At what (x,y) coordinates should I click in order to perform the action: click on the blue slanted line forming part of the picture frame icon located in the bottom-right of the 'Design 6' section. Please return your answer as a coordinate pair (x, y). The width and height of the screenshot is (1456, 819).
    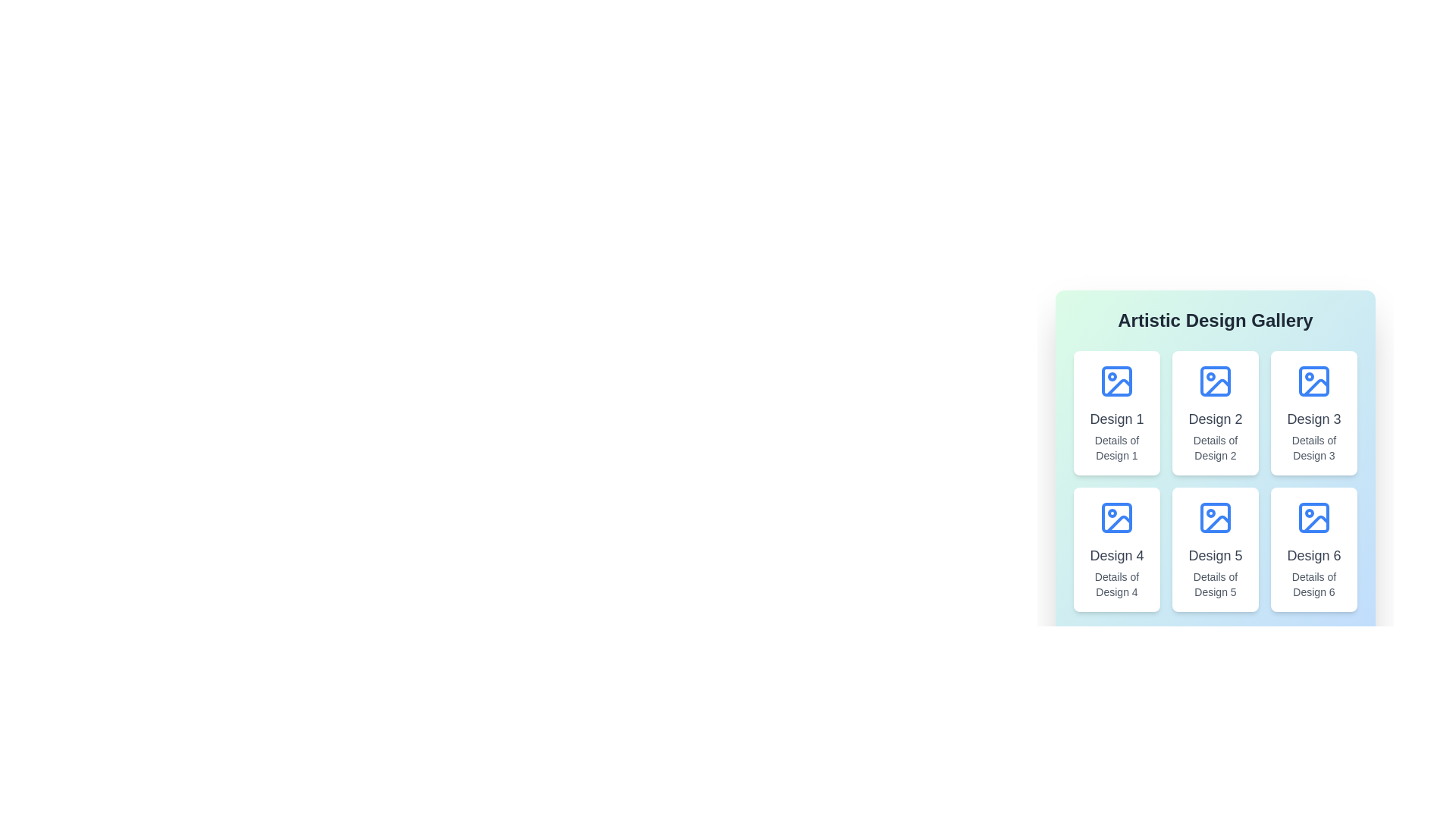
    Looking at the image, I should click on (1316, 522).